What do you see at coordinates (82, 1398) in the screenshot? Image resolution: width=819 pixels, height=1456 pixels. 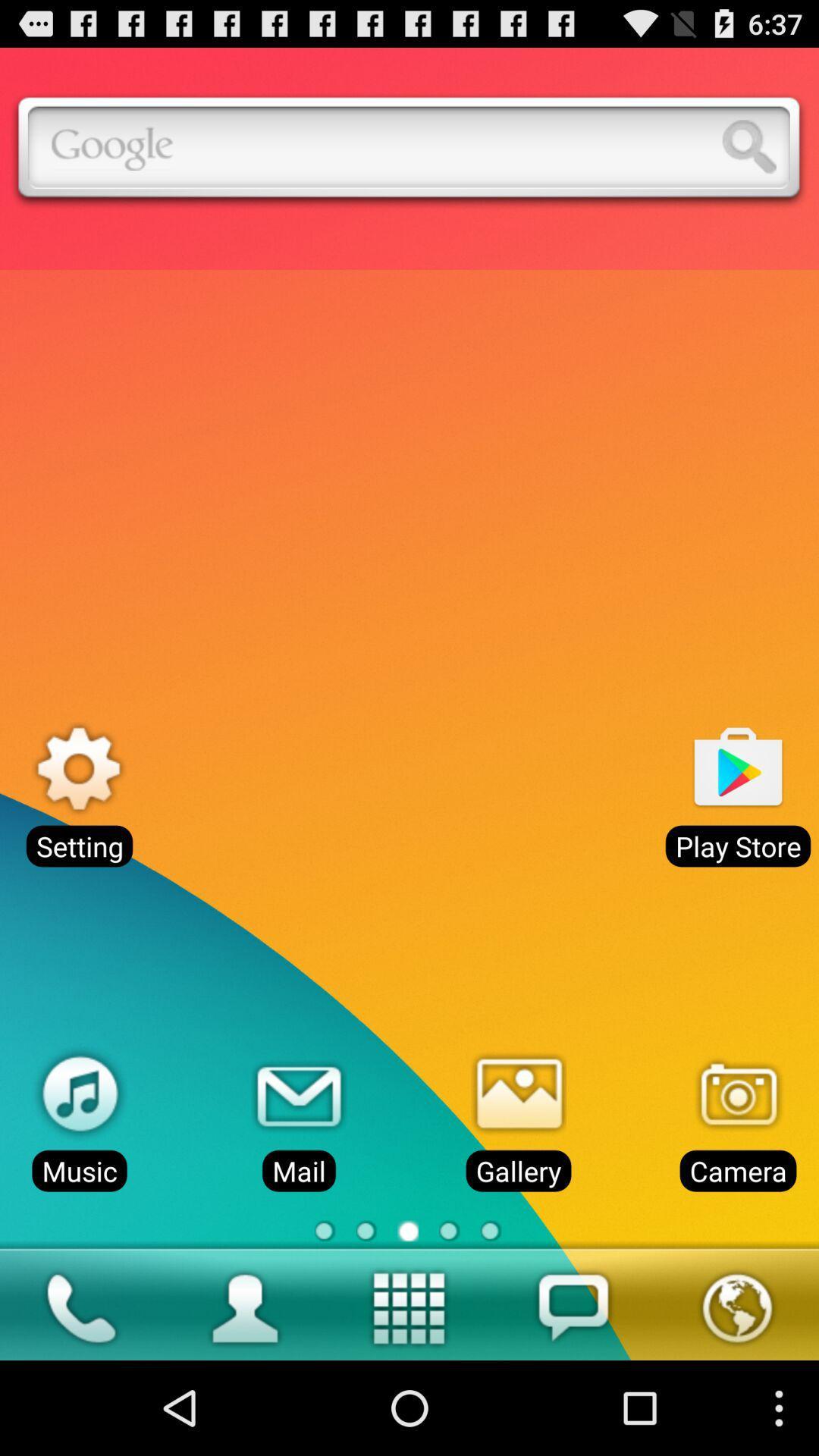 I see `the call icon` at bounding box center [82, 1398].